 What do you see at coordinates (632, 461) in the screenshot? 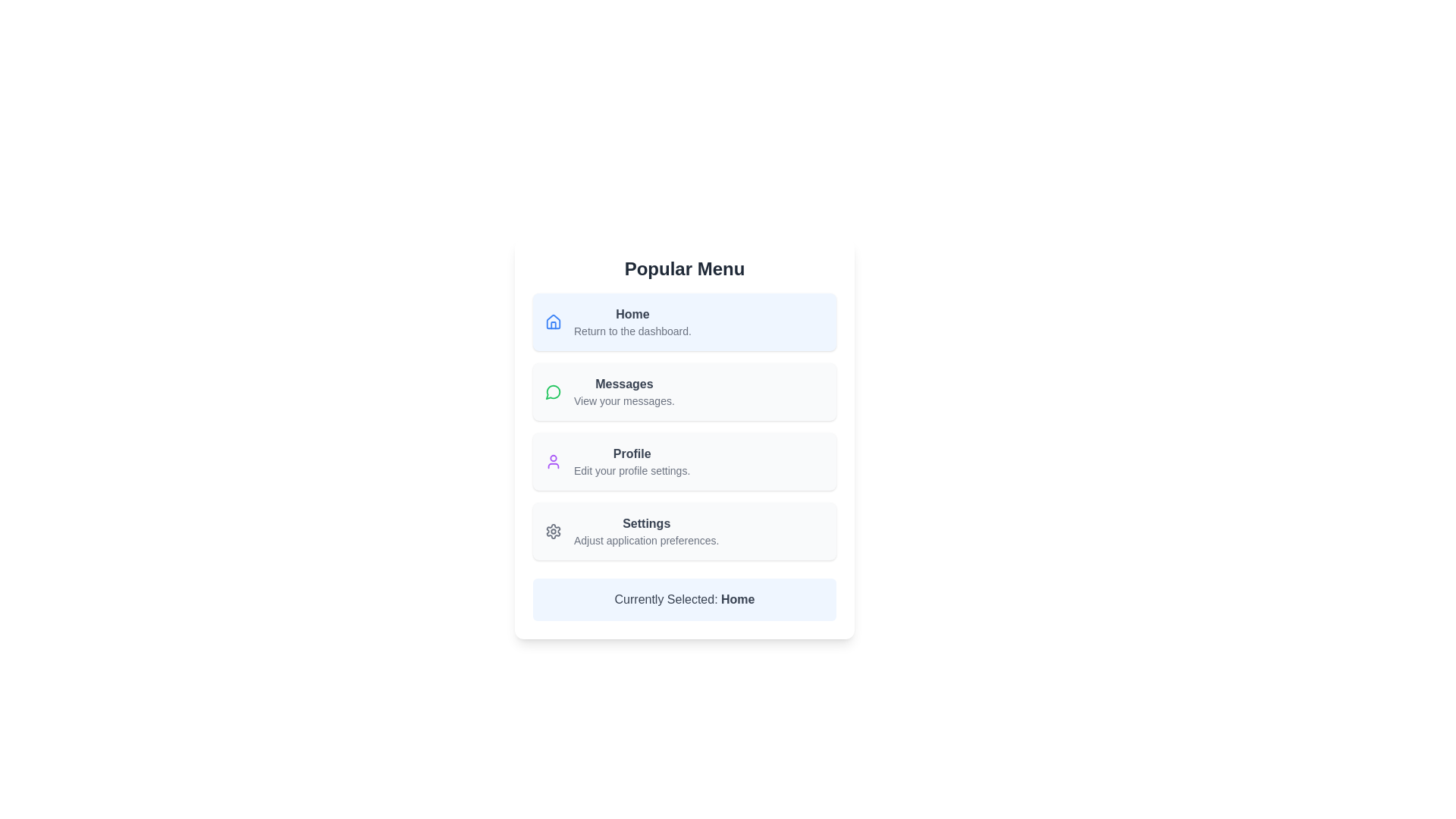
I see `the menu item labeled Profile` at bounding box center [632, 461].